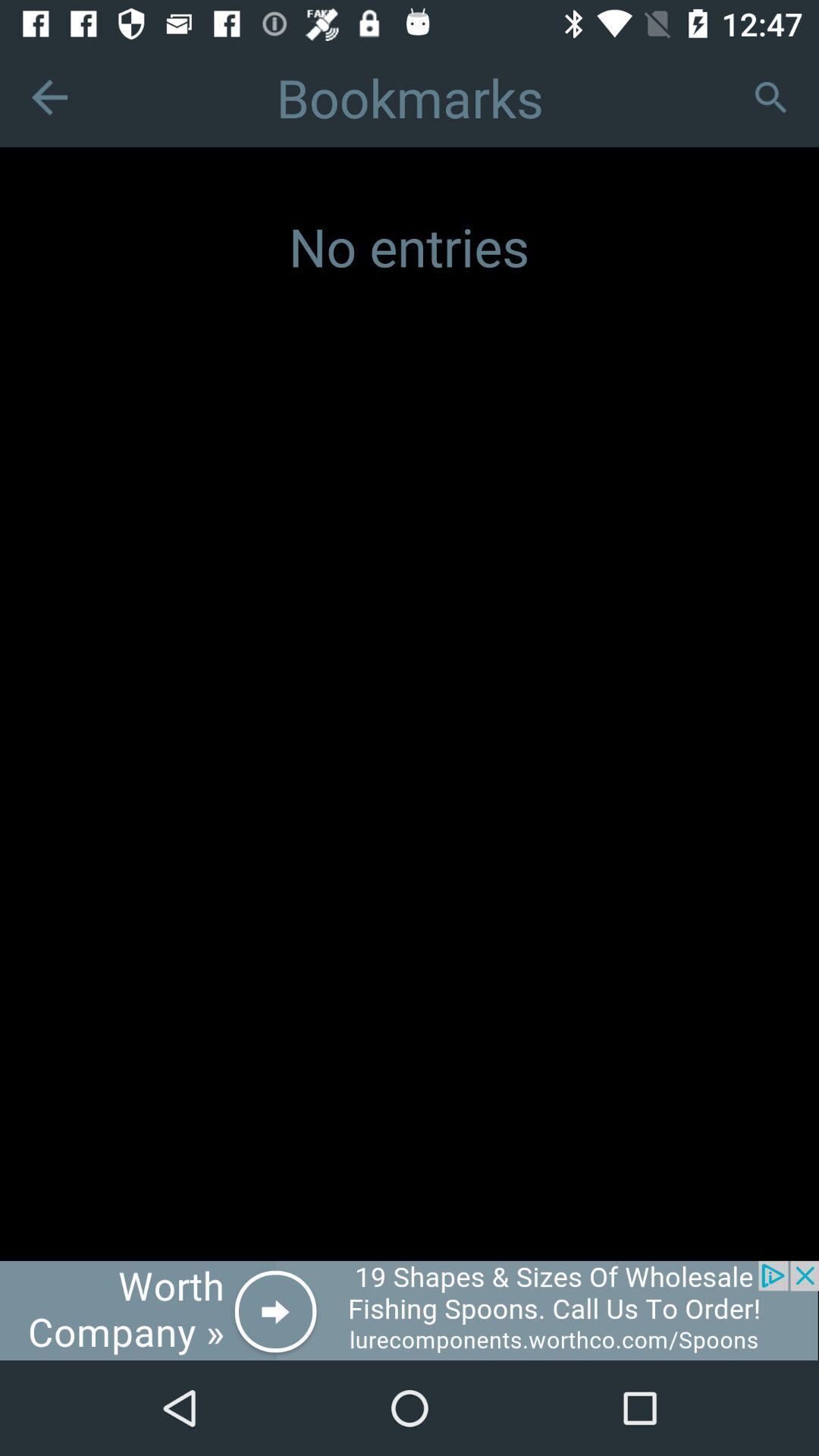 The height and width of the screenshot is (1456, 819). I want to click on advertisement area, so click(409, 1310).